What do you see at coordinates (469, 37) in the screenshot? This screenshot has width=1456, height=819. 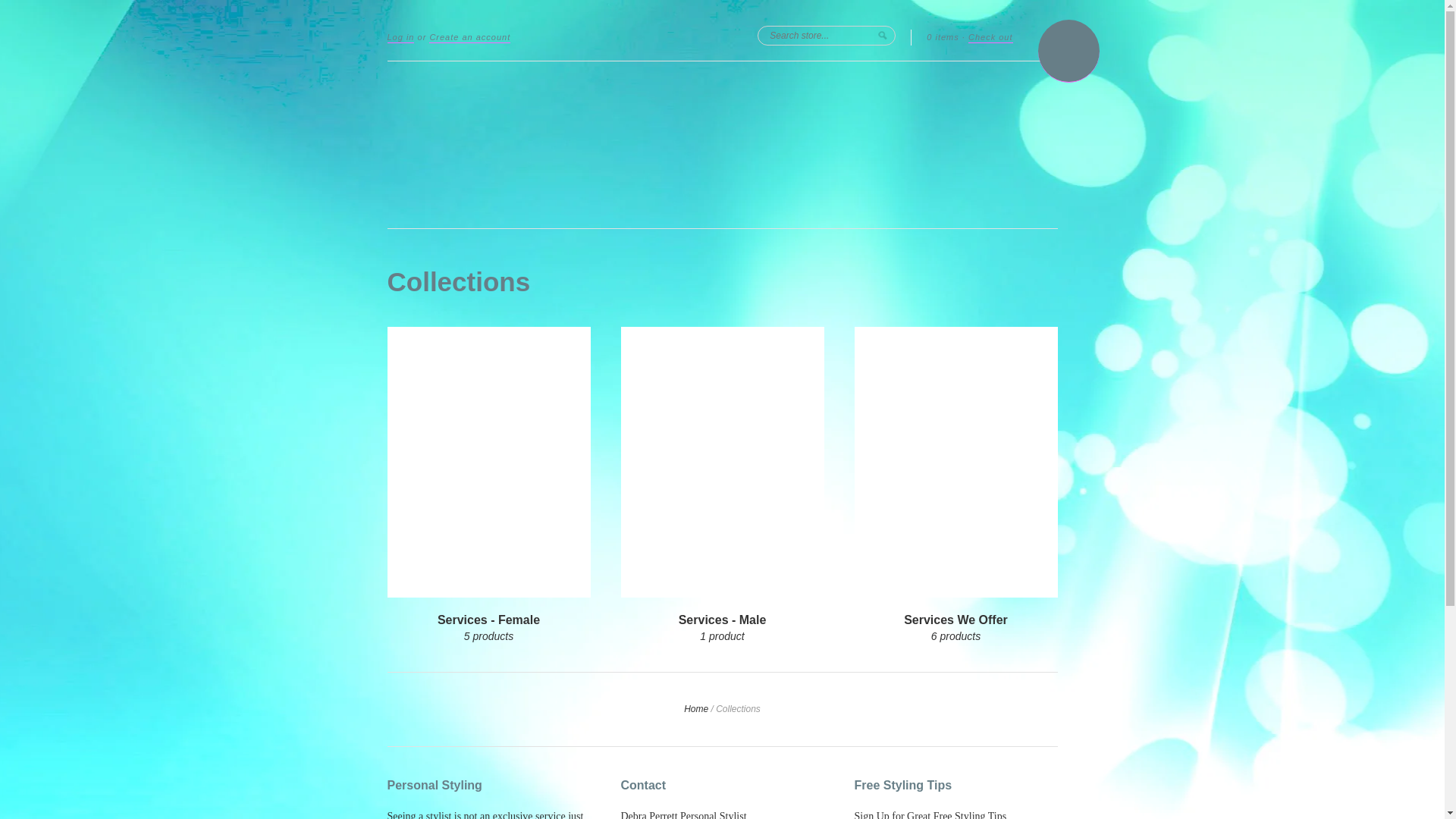 I see `'Create an account'` at bounding box center [469, 37].